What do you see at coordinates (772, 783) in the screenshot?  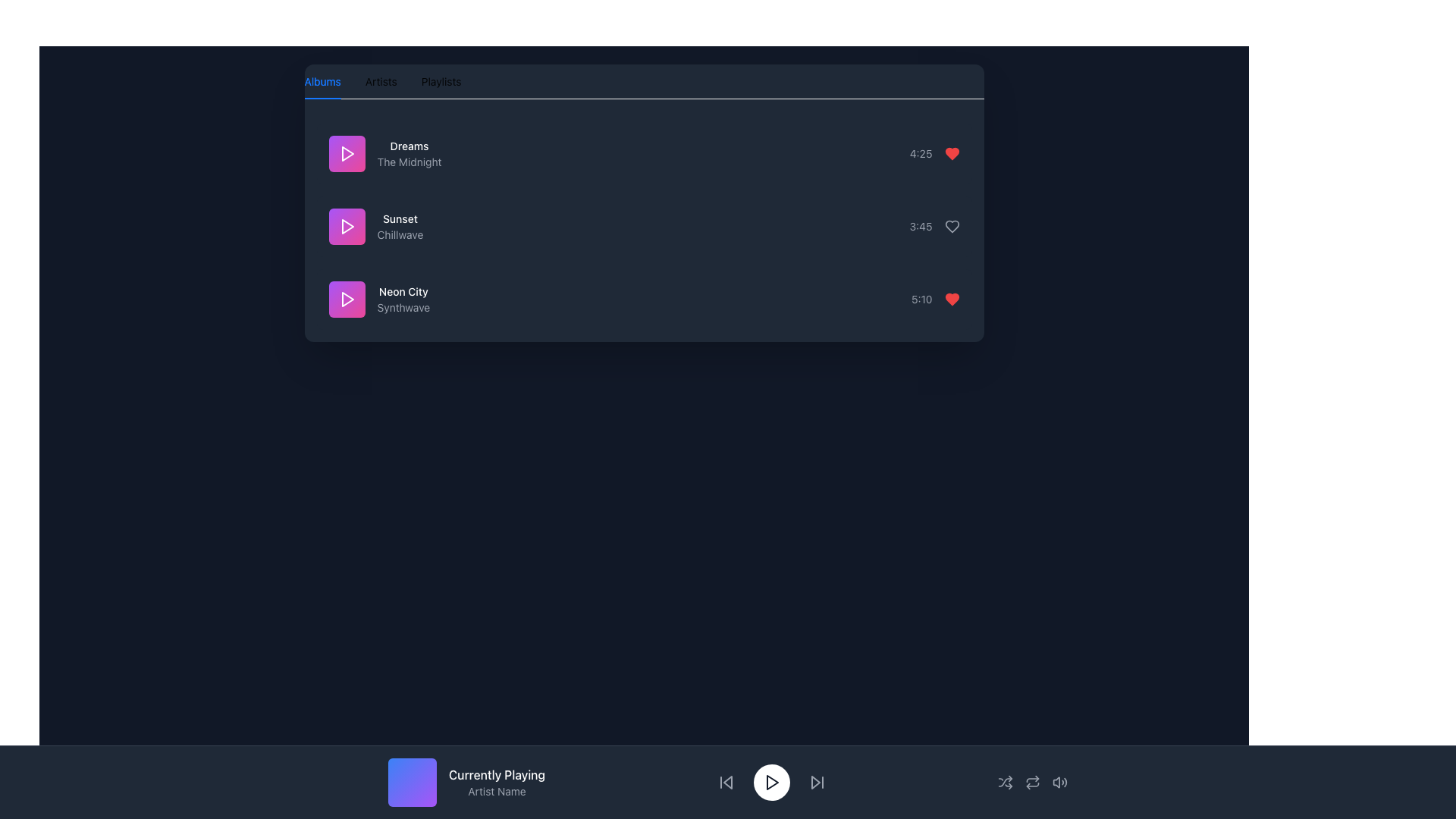 I see `the play button icon located in the bottom center of the interface, which is part of the playback control bar, to play the audio track` at bounding box center [772, 783].